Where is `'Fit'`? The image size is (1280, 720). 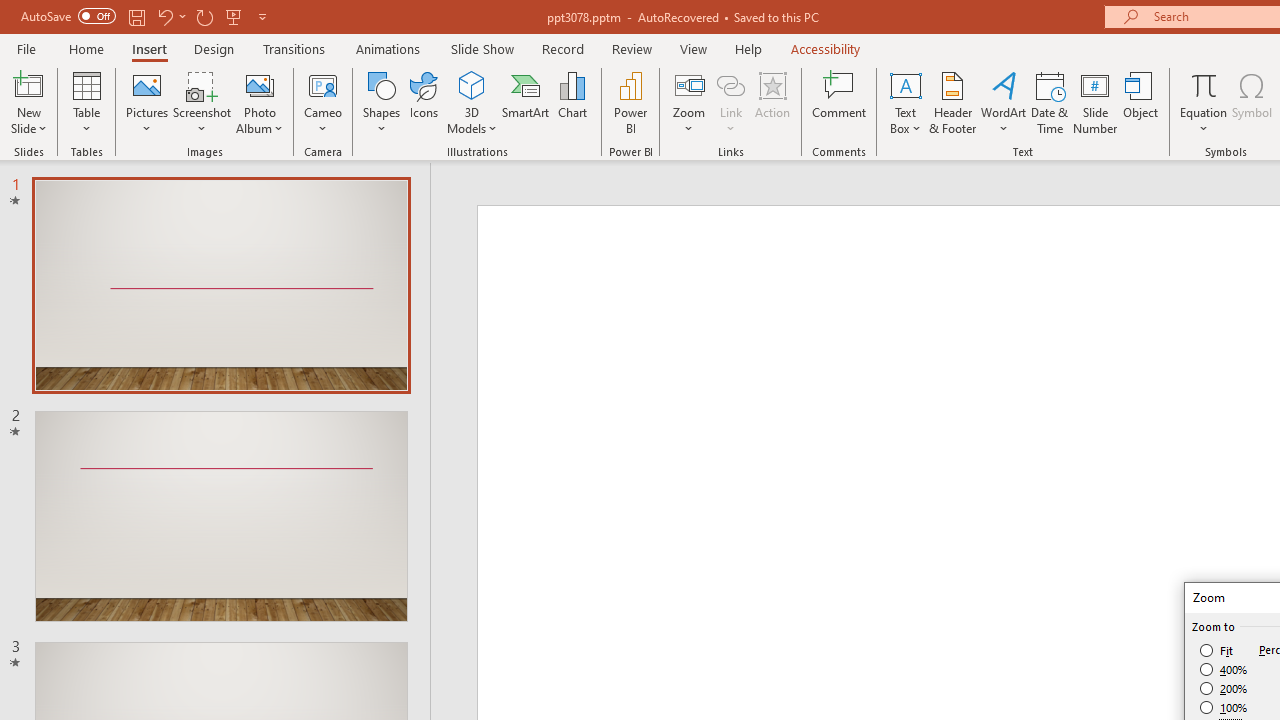
'Fit' is located at coordinates (1216, 650).